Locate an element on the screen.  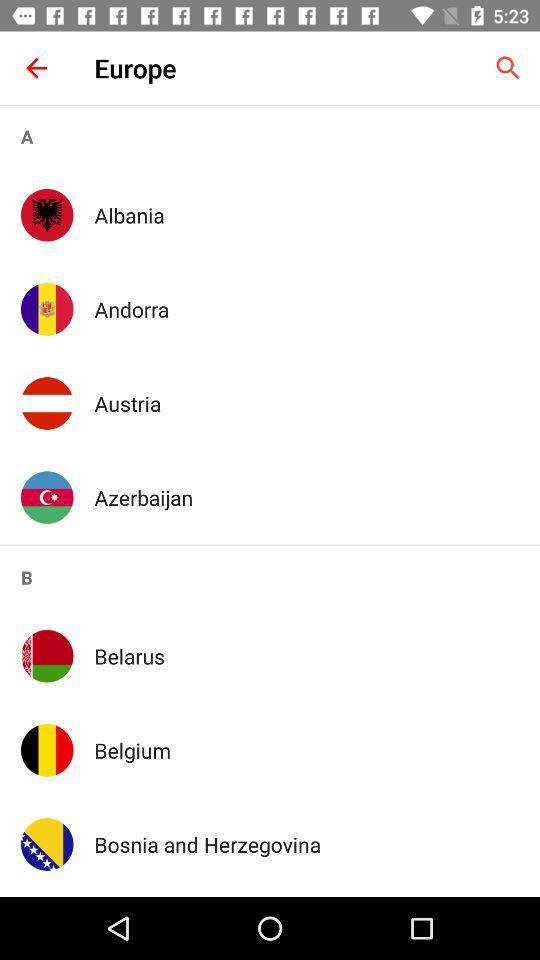
the belgium is located at coordinates (306, 749).